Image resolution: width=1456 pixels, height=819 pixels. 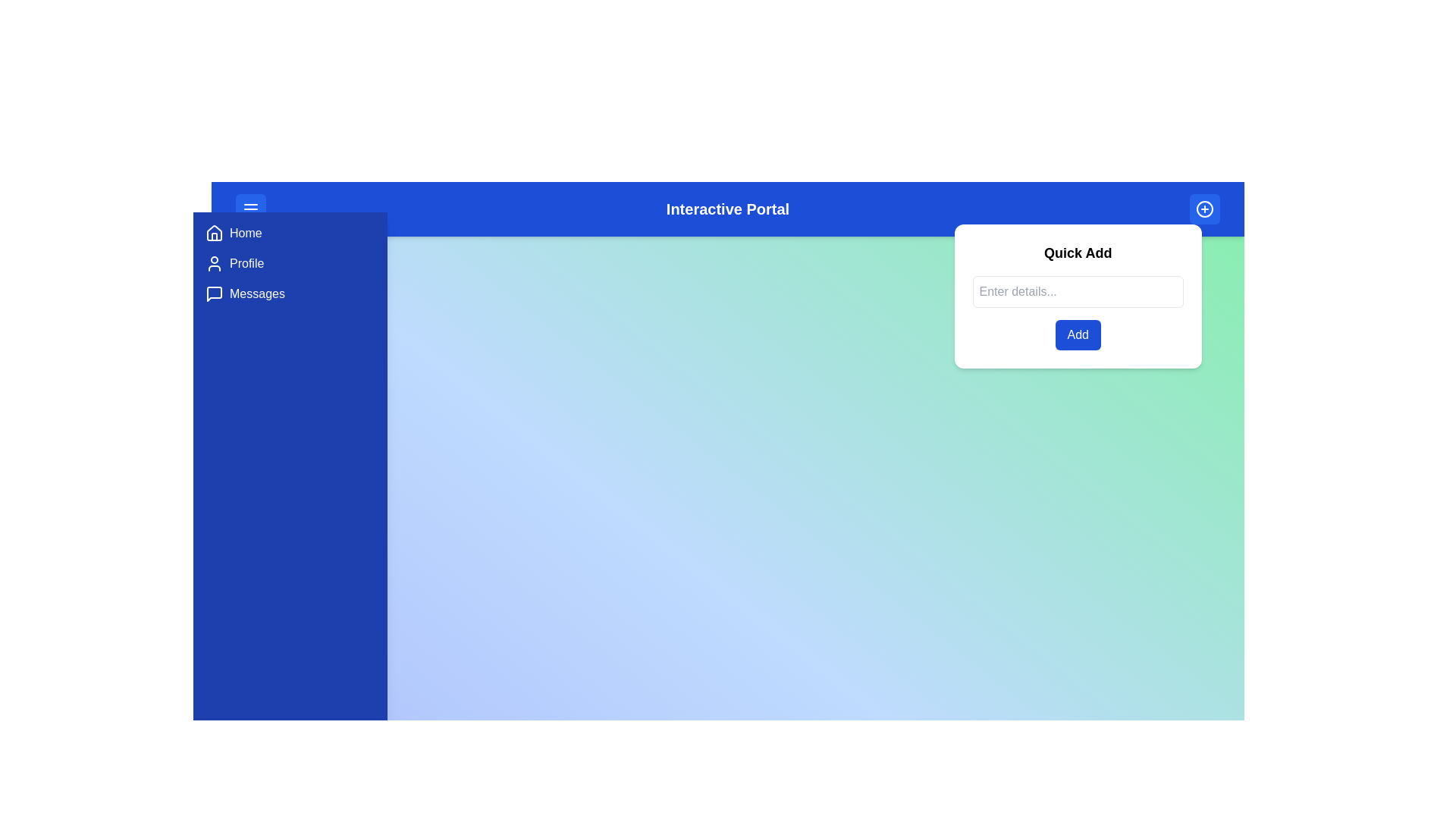 What do you see at coordinates (251, 209) in the screenshot?
I see `the menu button in the top-left corner of the app bar to toggle the visibility of the side navigation bar` at bounding box center [251, 209].